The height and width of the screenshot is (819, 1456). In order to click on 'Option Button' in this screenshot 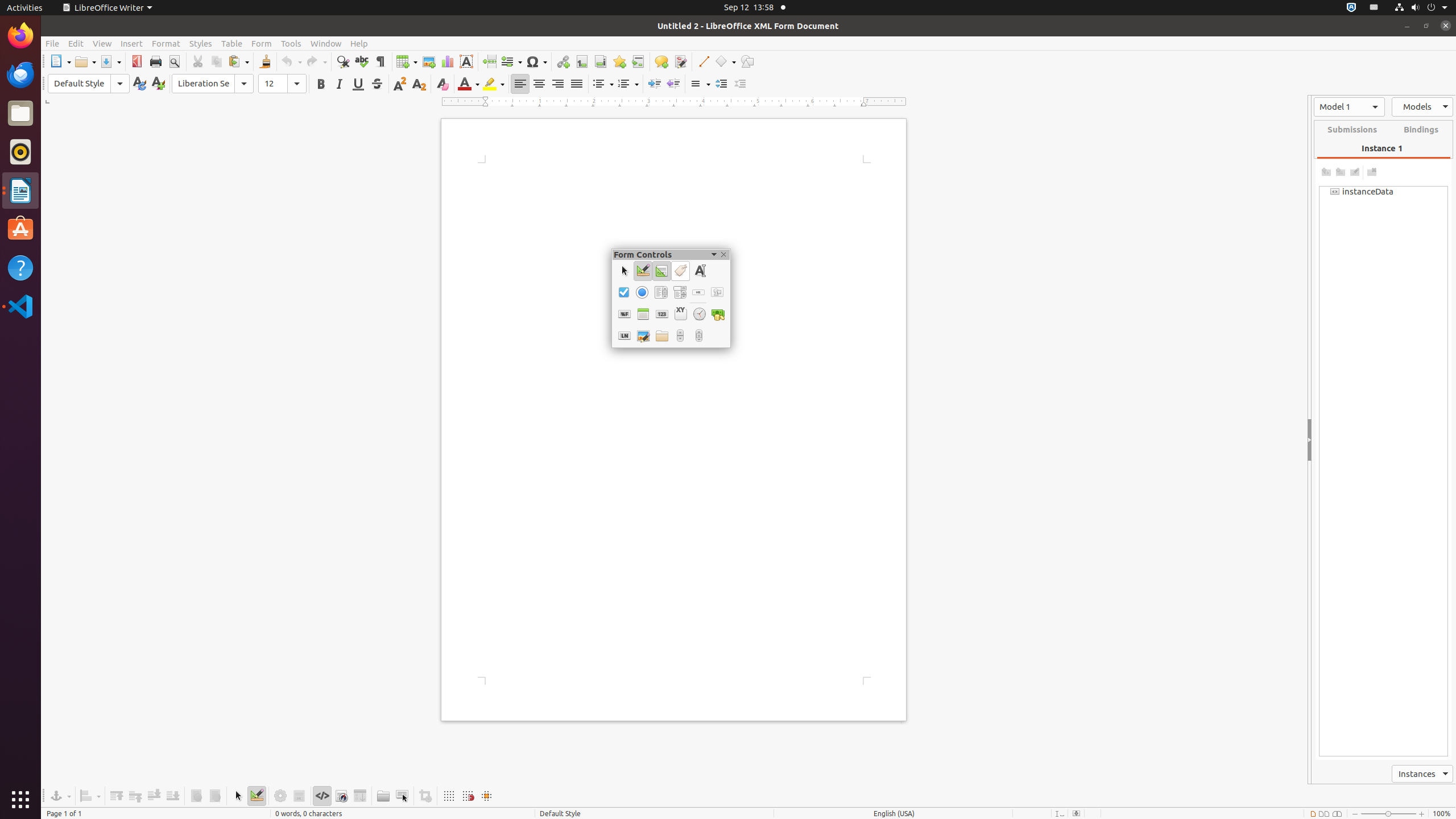, I will do `click(642, 292)`.